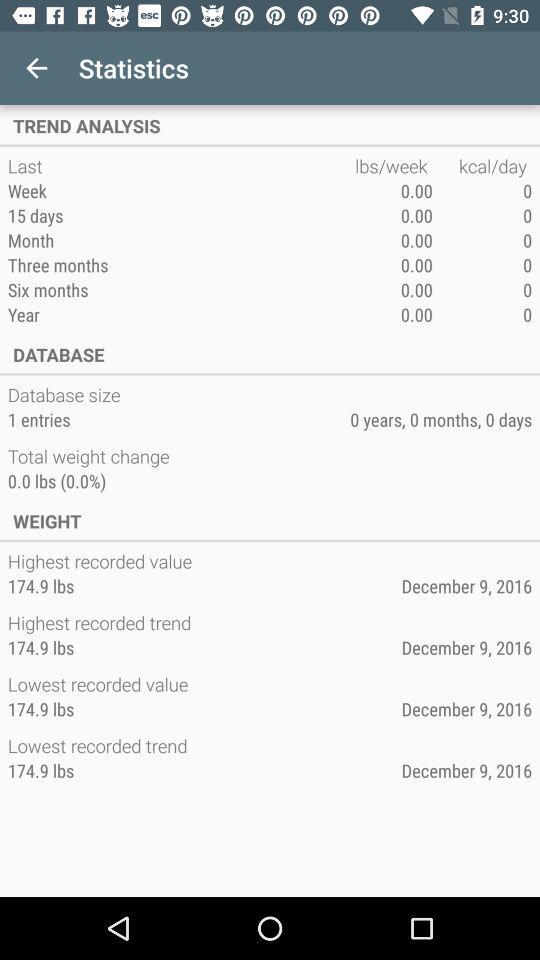  What do you see at coordinates (36, 68) in the screenshot?
I see `the item next to statistics icon` at bounding box center [36, 68].